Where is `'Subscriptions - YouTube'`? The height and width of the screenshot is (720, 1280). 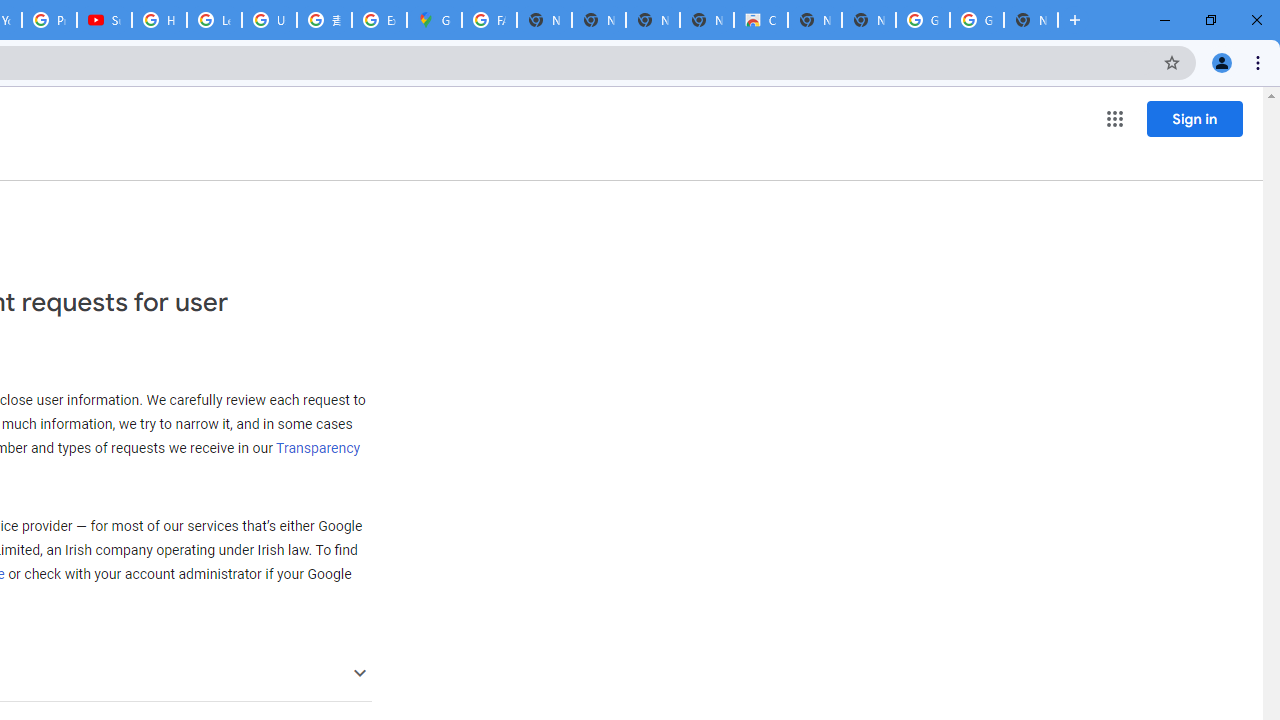 'Subscriptions - YouTube' is located at coordinates (103, 20).